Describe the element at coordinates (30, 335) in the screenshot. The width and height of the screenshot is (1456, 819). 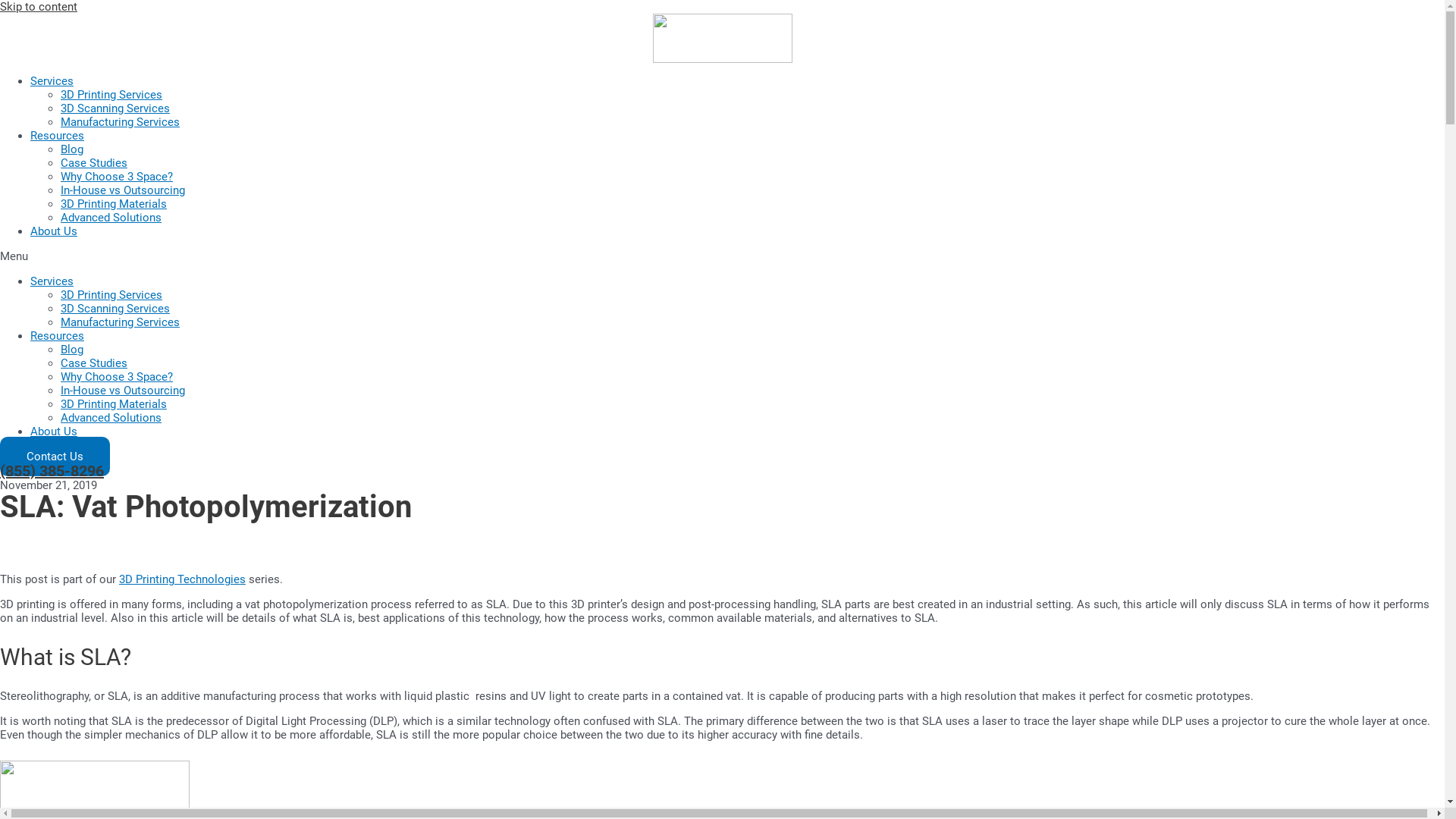
I see `'Resources'` at that location.